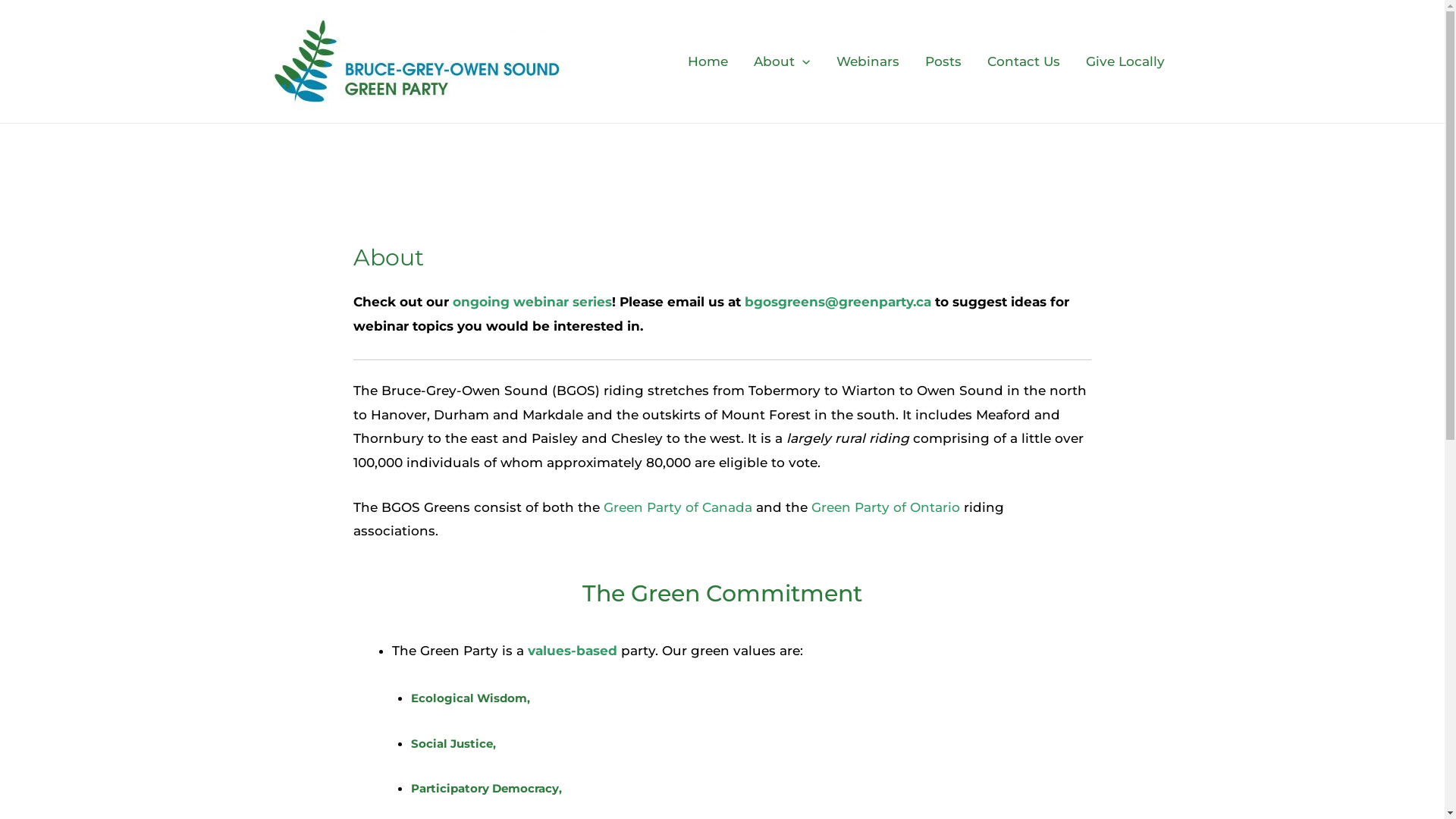  I want to click on 'bgosgreens@greenparty.ca', so click(836, 301).